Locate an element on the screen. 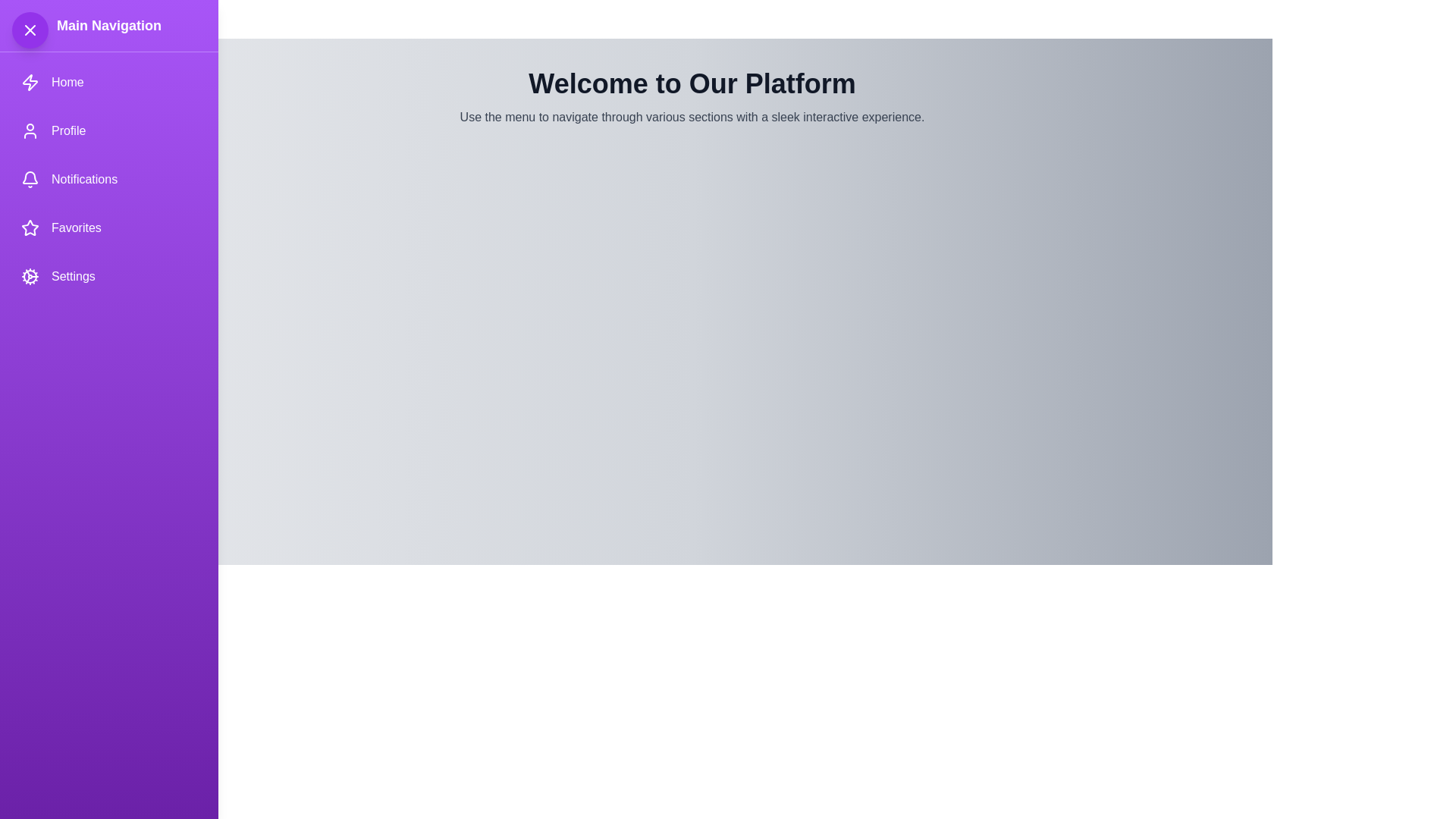 The image size is (1456, 819). the navigation item Profile to trigger its action is located at coordinates (108, 130).